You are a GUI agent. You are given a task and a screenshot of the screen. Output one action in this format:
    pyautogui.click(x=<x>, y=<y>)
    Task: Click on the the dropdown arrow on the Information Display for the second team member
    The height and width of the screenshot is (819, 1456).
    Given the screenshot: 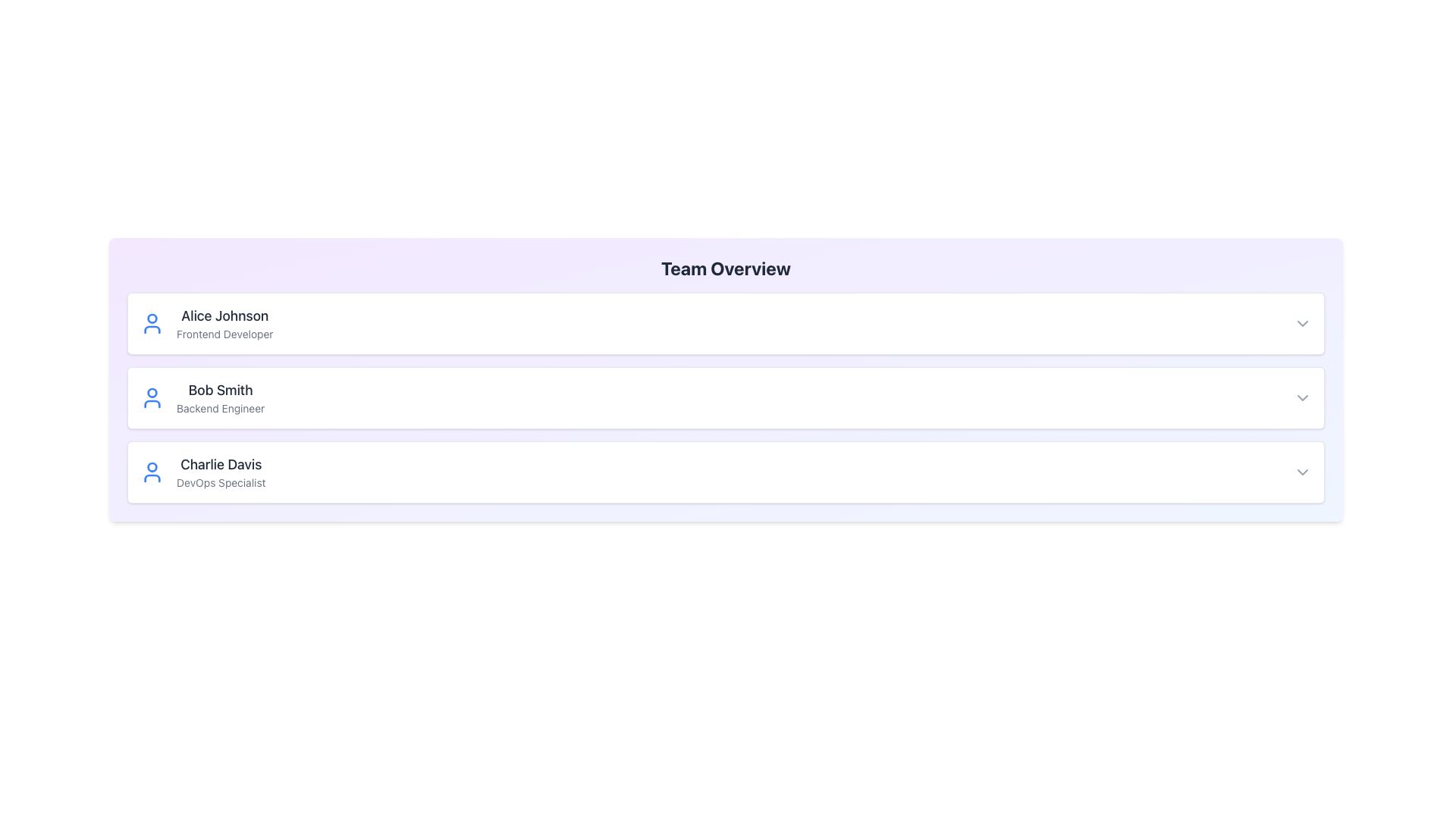 What is the action you would take?
    pyautogui.click(x=725, y=397)
    